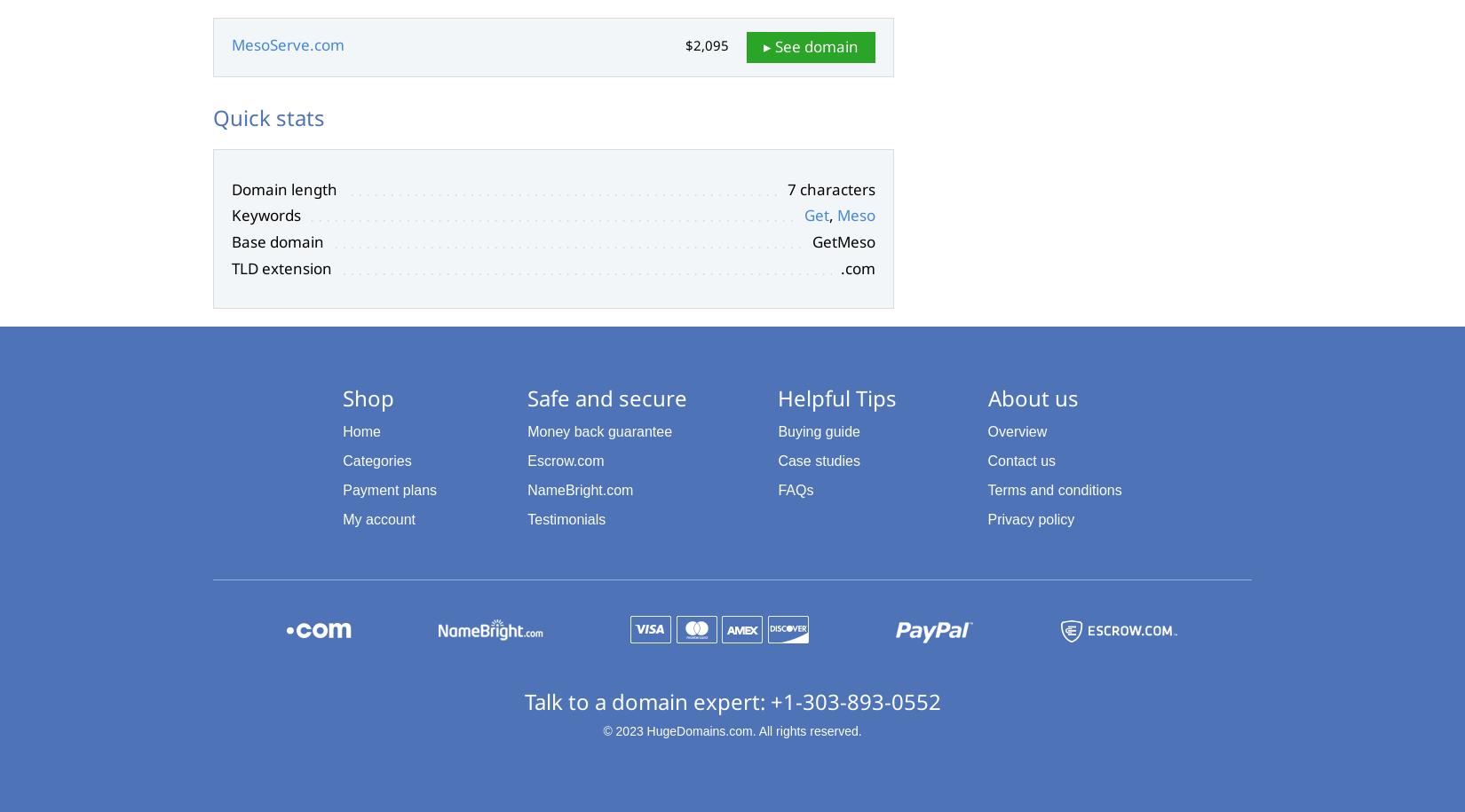 This screenshot has width=1465, height=812. What do you see at coordinates (777, 461) in the screenshot?
I see `'Case studies'` at bounding box center [777, 461].